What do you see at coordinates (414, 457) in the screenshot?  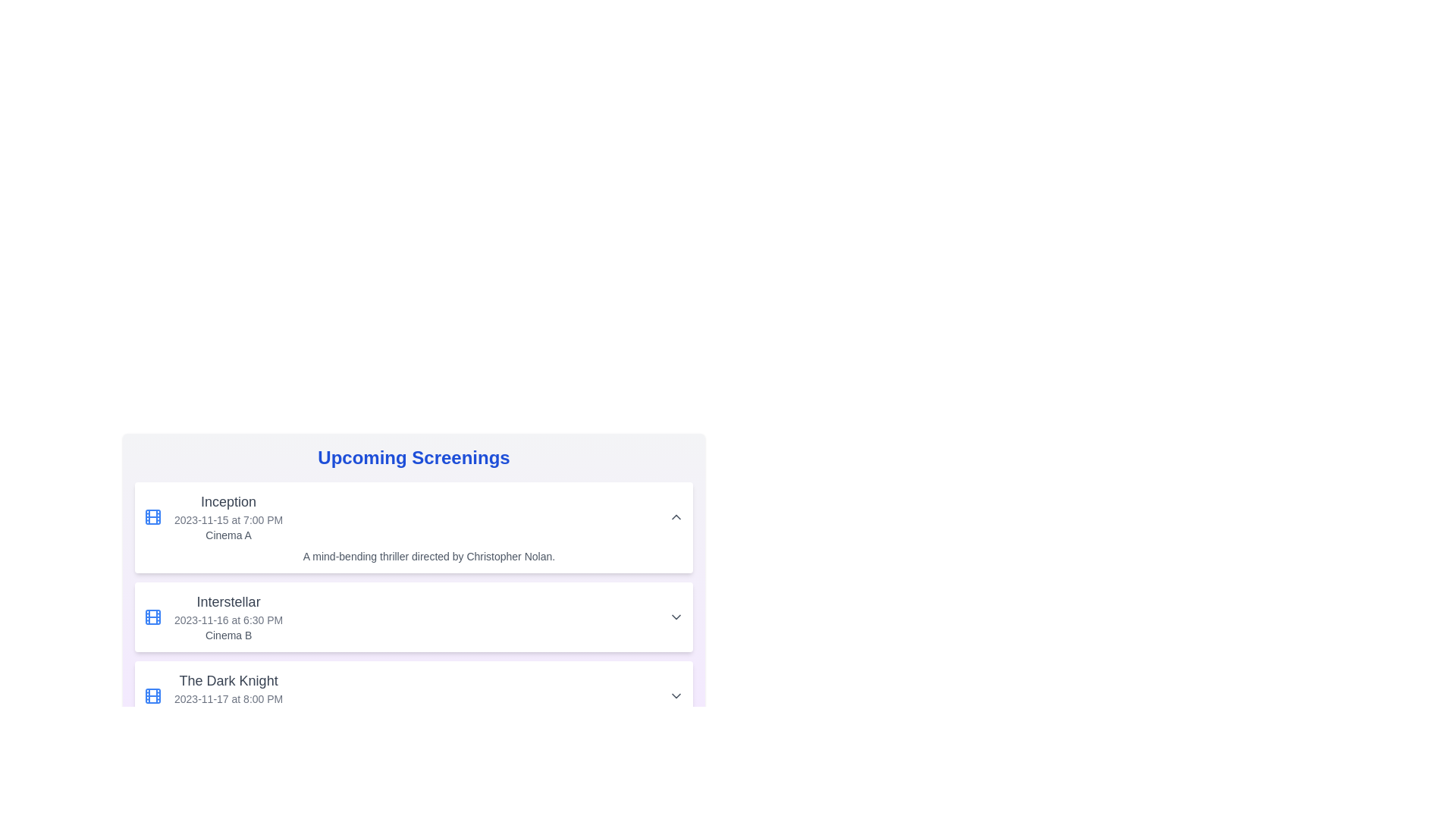 I see `text header displaying 'Upcoming Screenings', which is large, bold, and blue-colored, centered at the top of the content block` at bounding box center [414, 457].